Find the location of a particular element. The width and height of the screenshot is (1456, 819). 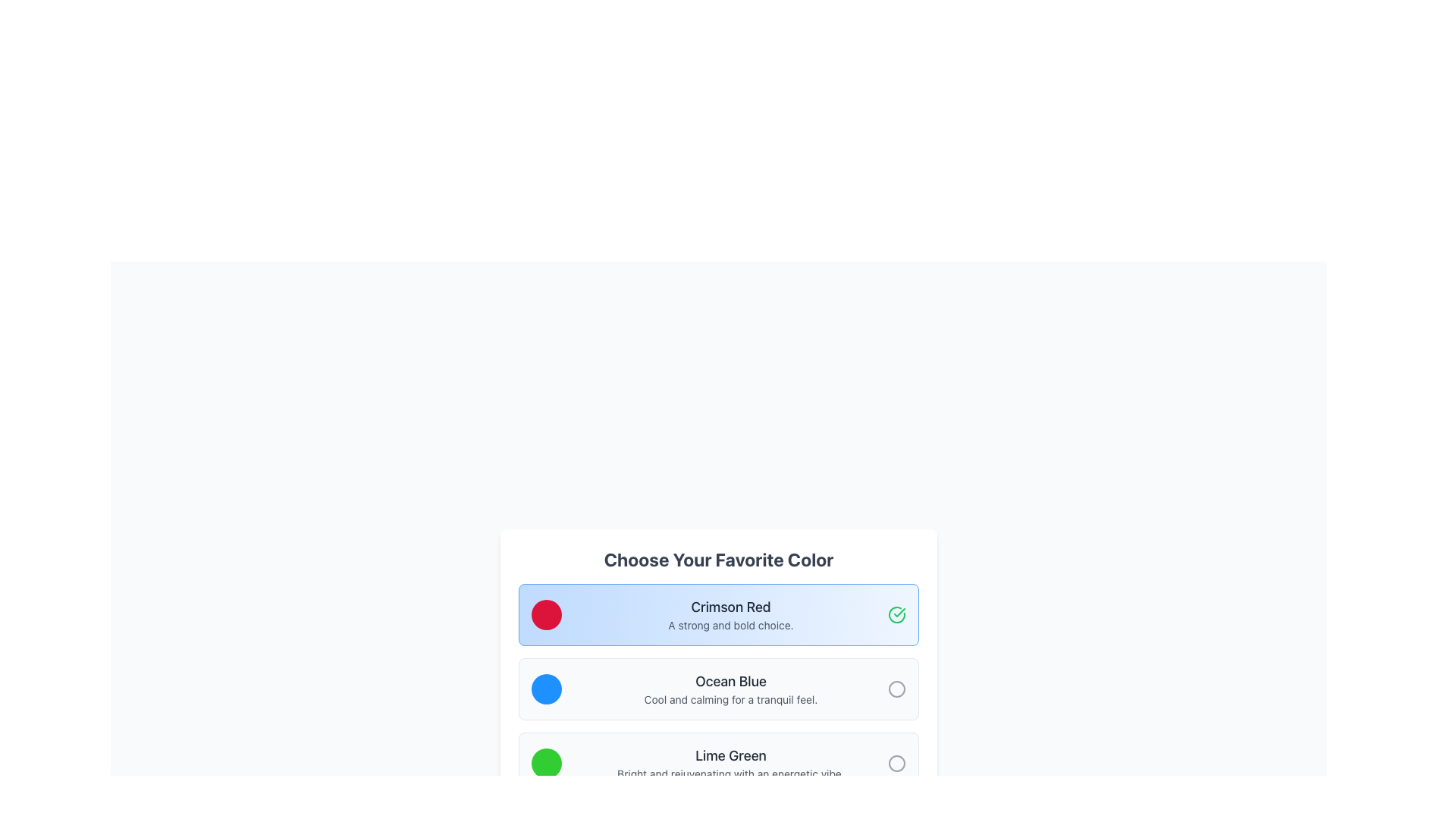

the text label that states 'A strong and bold choice.' which is located directly below the title 'Crimson Red' is located at coordinates (731, 626).